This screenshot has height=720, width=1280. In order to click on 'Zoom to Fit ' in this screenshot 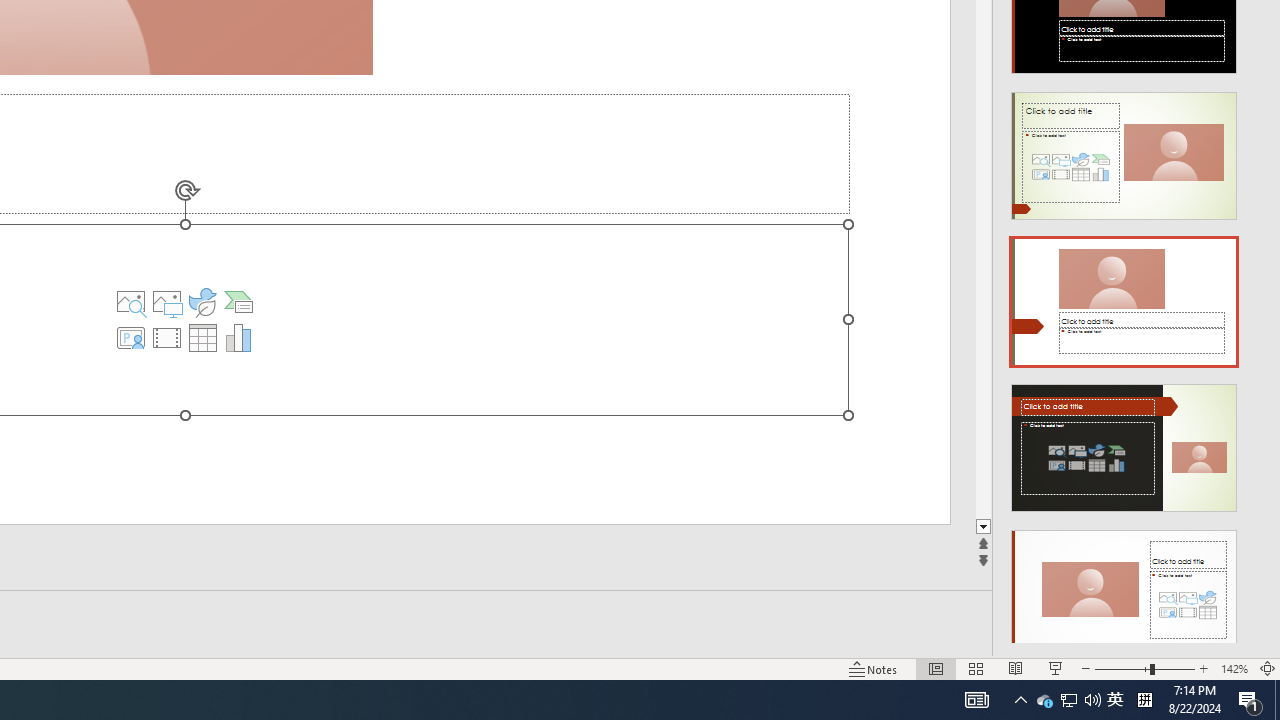, I will do `click(1266, 669)`.